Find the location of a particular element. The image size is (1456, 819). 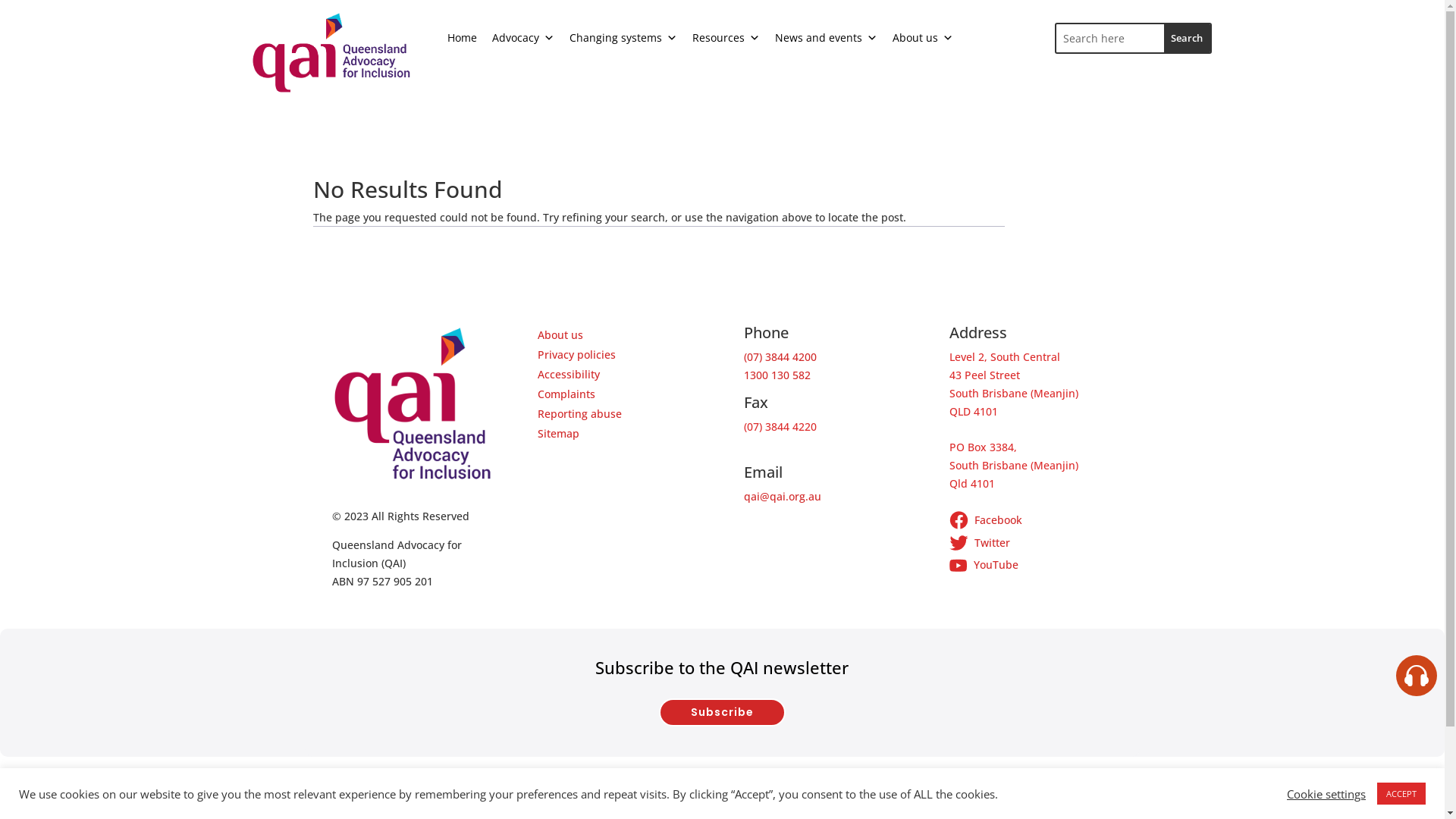

'Subscribe' is located at coordinates (721, 711).